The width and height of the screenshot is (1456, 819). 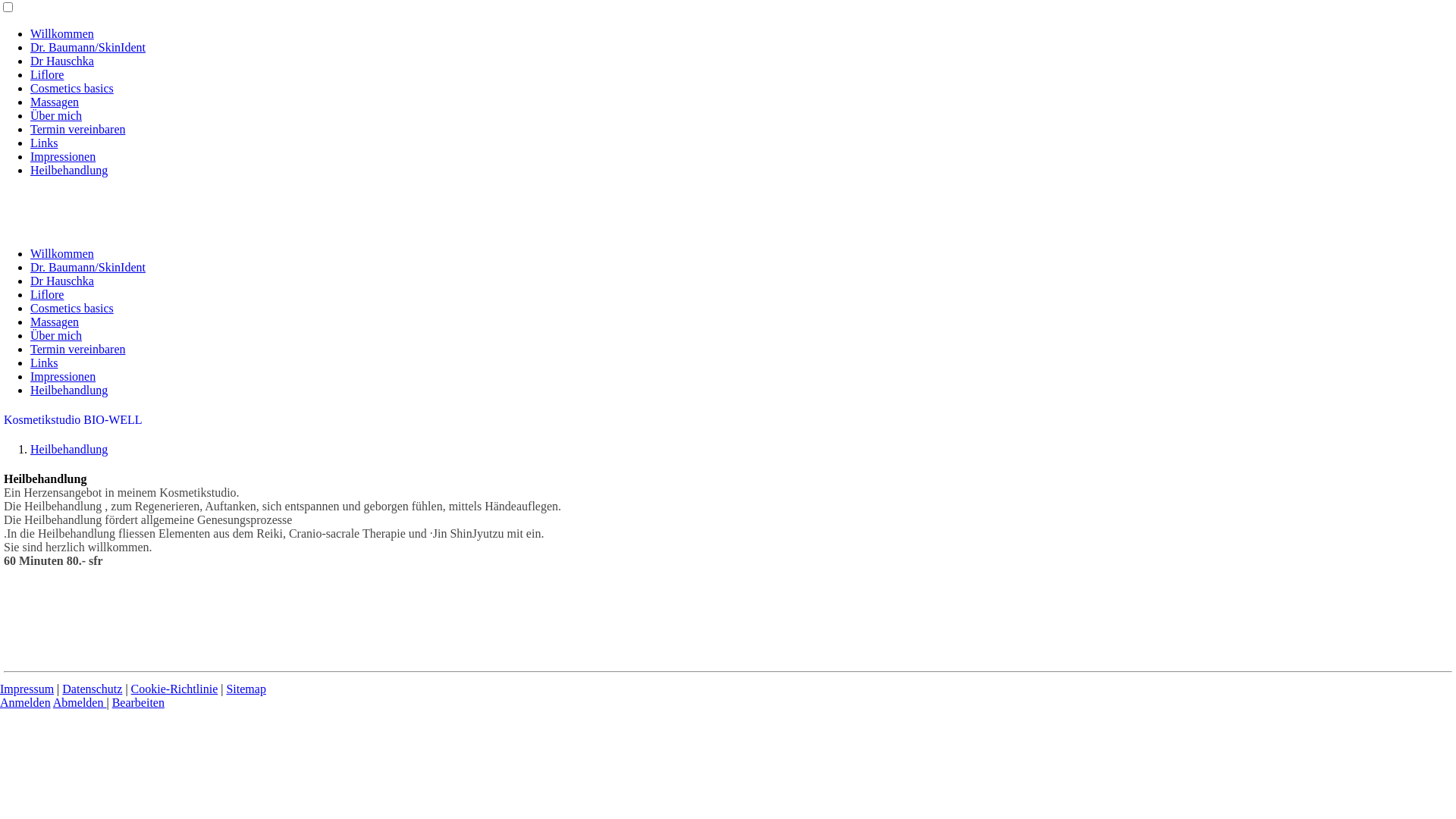 What do you see at coordinates (61, 375) in the screenshot?
I see `'Impressionen'` at bounding box center [61, 375].